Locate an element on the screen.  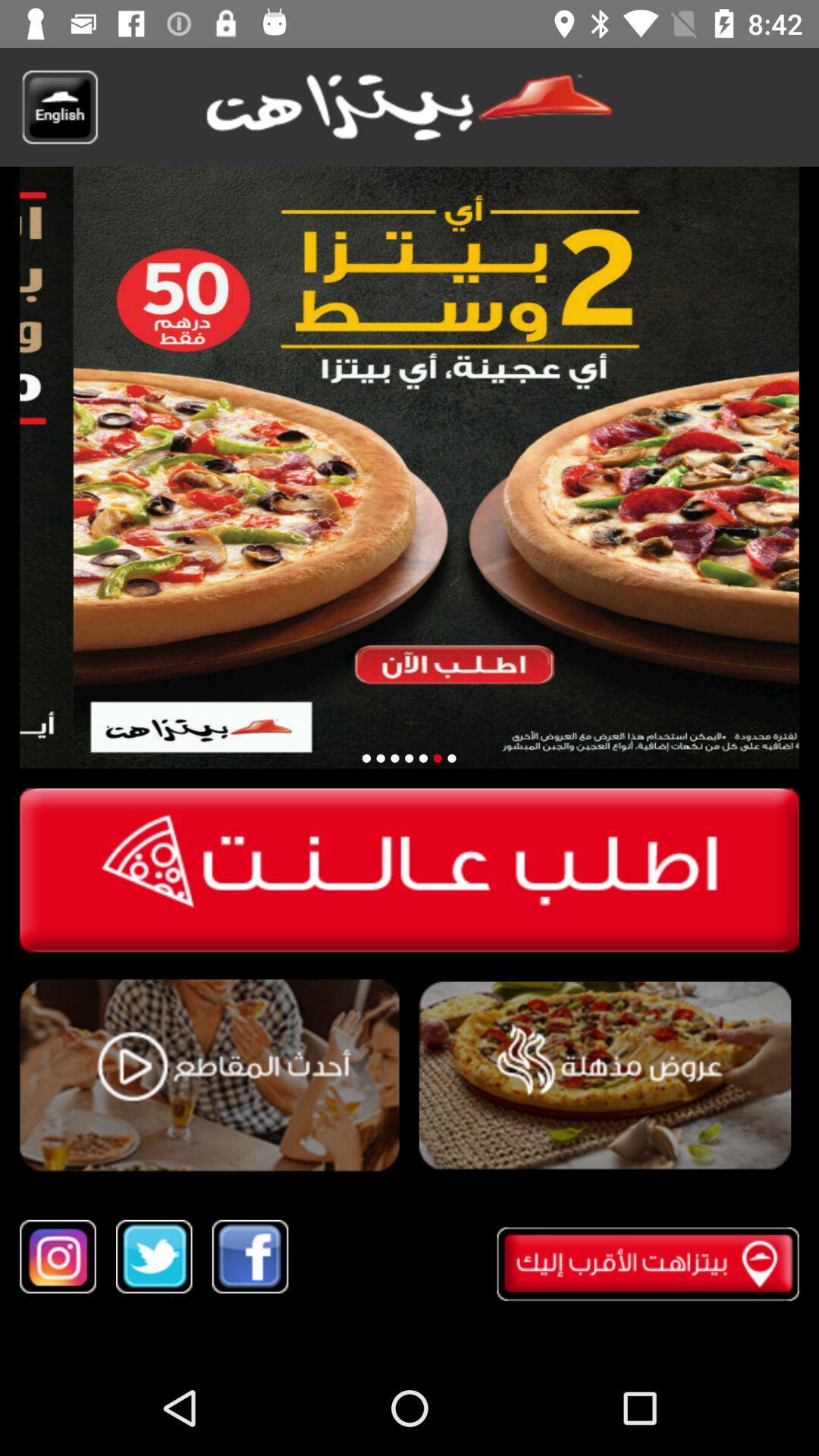
next queued image is located at coordinates (438, 758).